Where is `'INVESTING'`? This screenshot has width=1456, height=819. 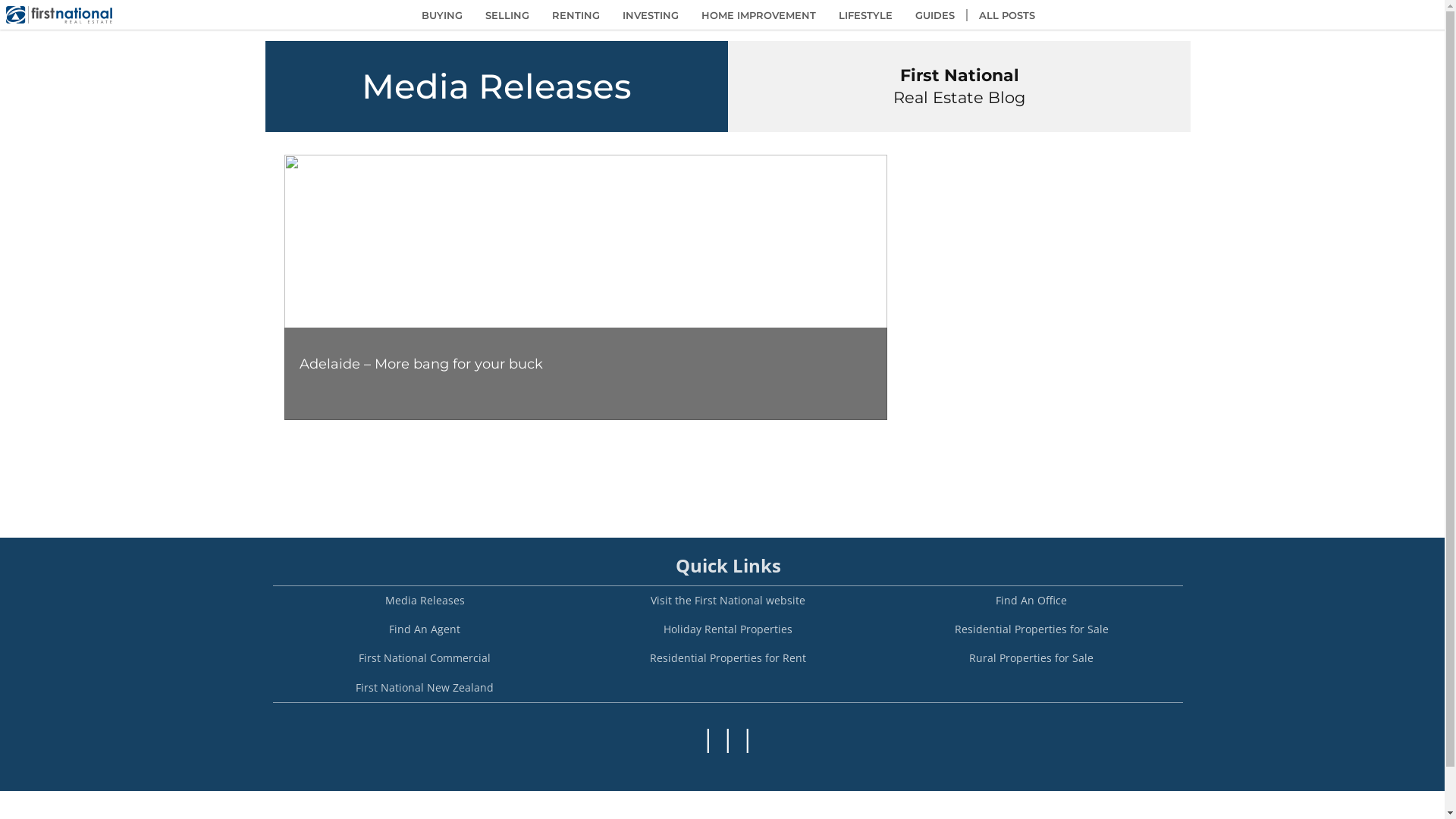
'INVESTING' is located at coordinates (651, 14).